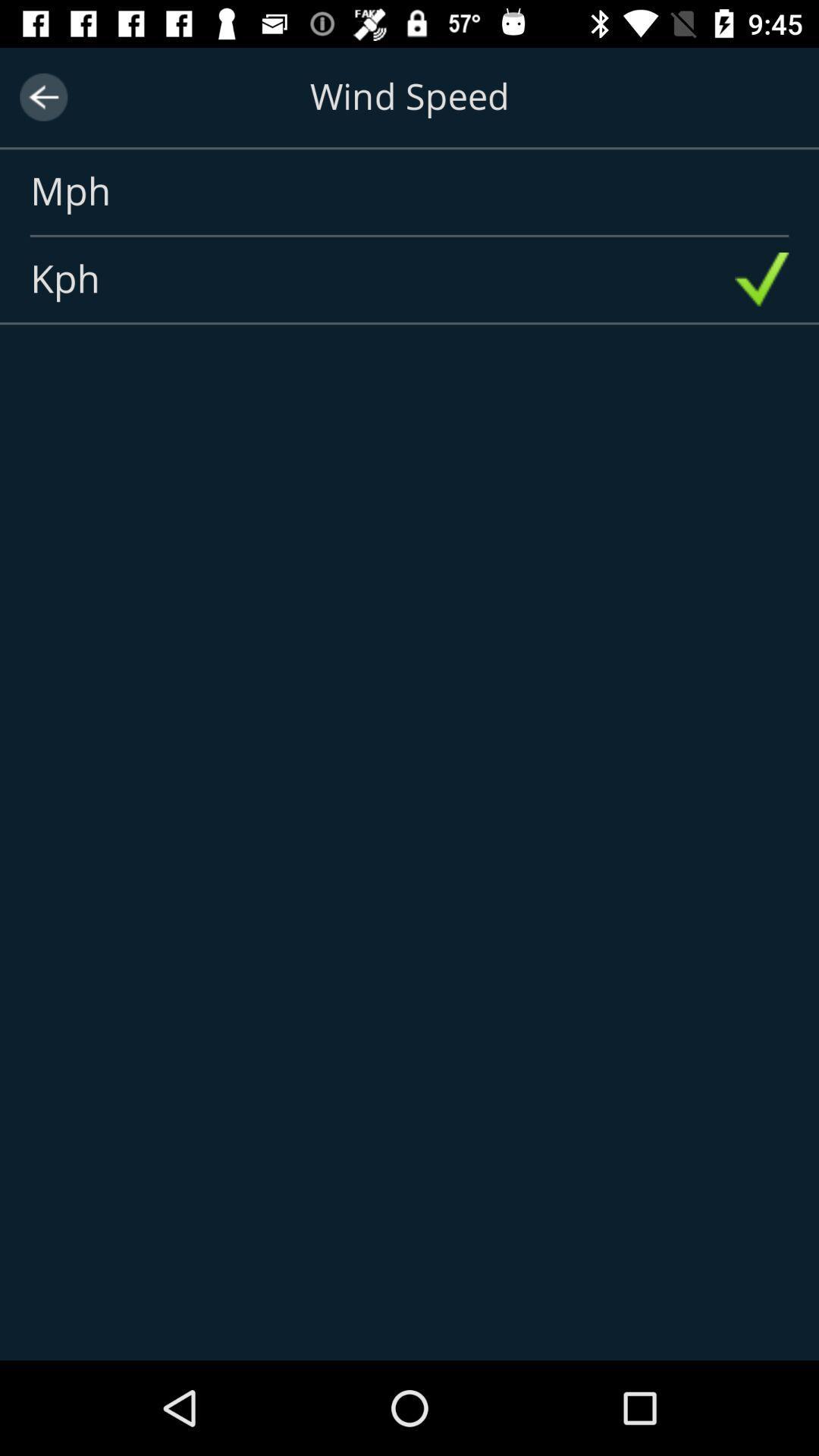 This screenshot has height=1456, width=819. What do you see at coordinates (42, 96) in the screenshot?
I see `the arrow_backward icon` at bounding box center [42, 96].